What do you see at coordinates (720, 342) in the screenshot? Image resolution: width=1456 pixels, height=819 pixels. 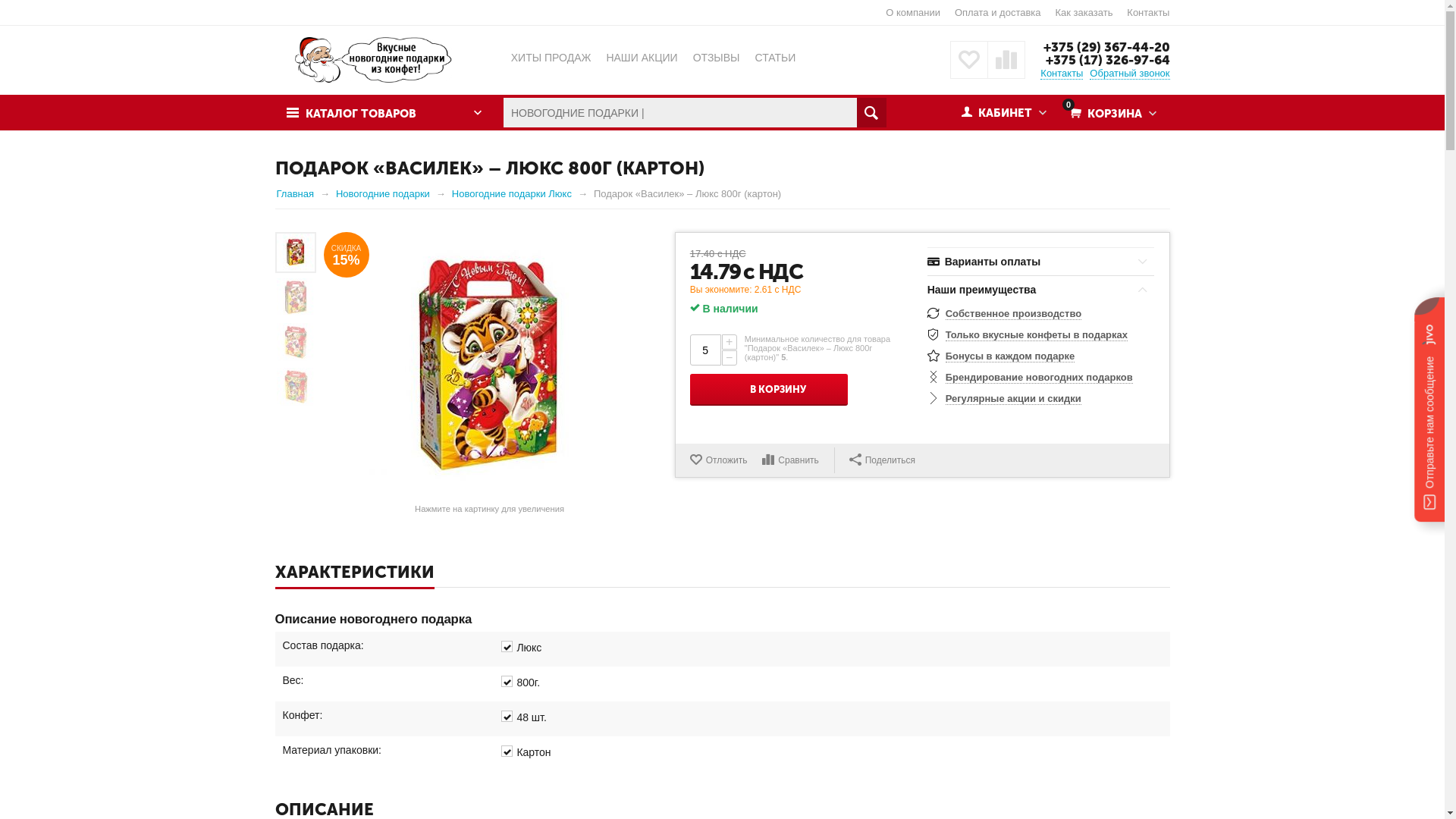 I see `'+'` at bounding box center [720, 342].